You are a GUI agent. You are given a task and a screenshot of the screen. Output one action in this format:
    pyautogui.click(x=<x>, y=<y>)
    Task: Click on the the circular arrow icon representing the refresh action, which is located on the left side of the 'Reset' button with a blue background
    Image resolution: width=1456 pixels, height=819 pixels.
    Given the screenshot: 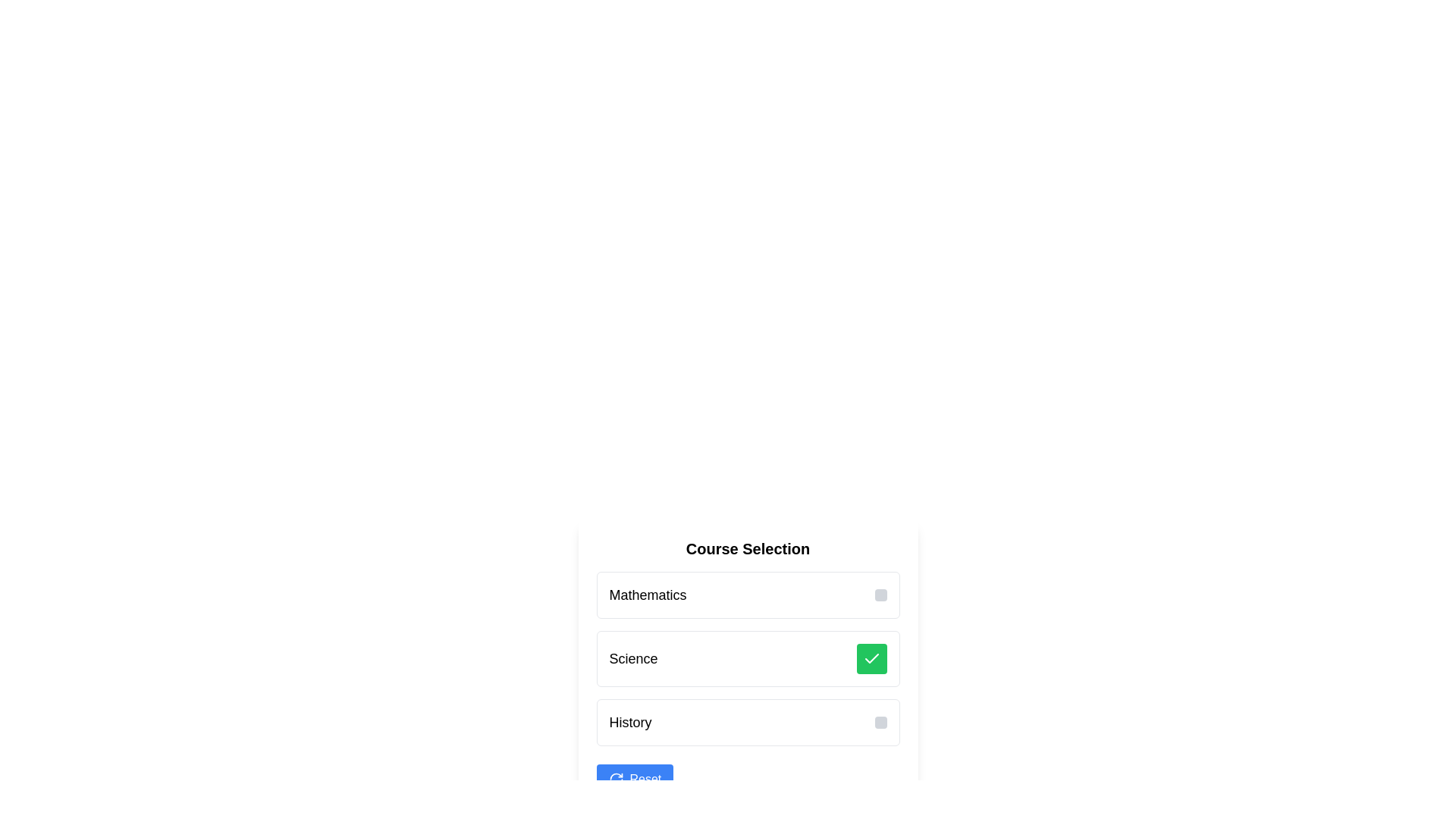 What is the action you would take?
    pyautogui.click(x=616, y=780)
    